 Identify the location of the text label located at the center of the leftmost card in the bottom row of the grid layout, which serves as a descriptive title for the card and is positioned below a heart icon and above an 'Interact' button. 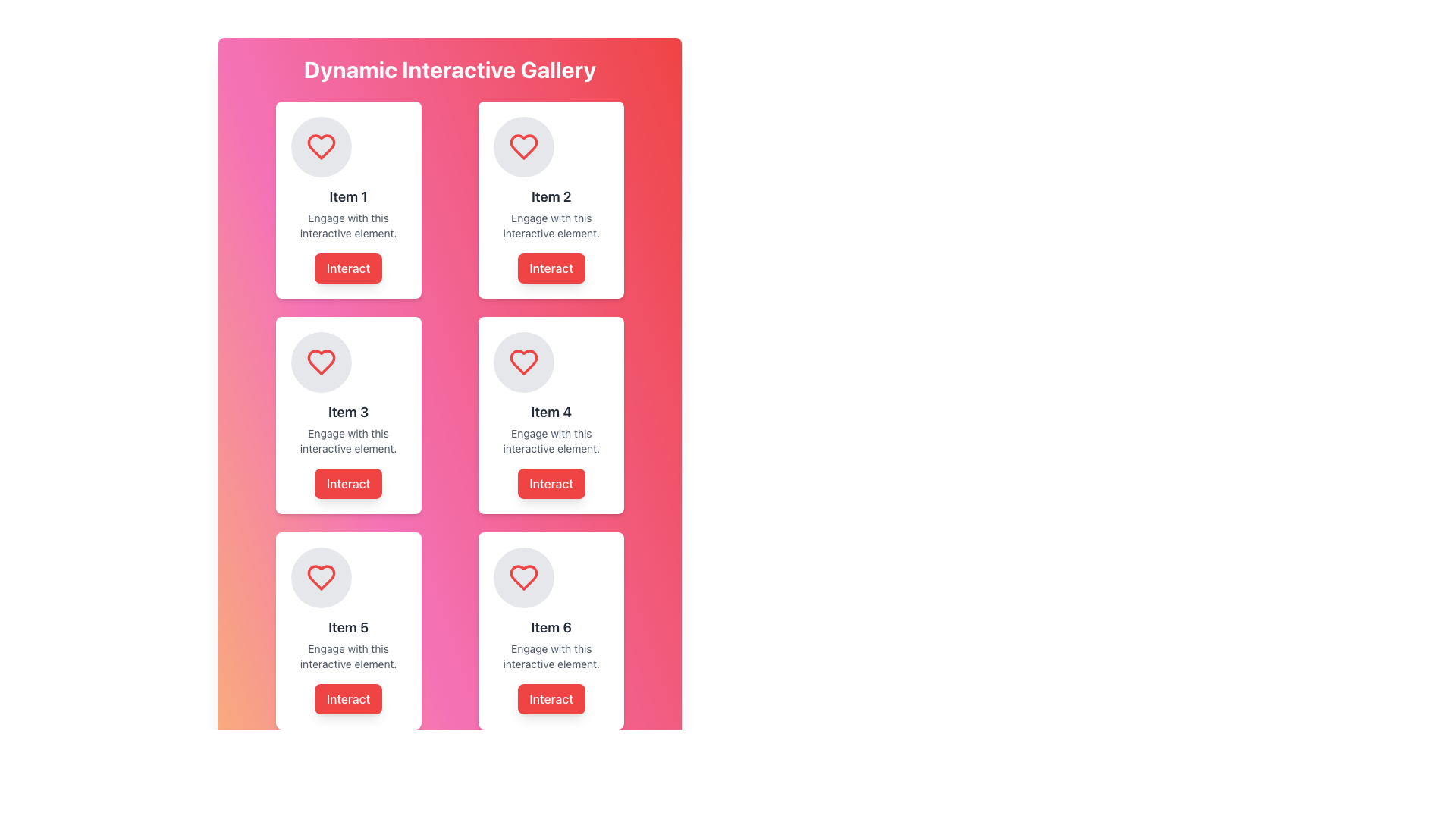
(347, 628).